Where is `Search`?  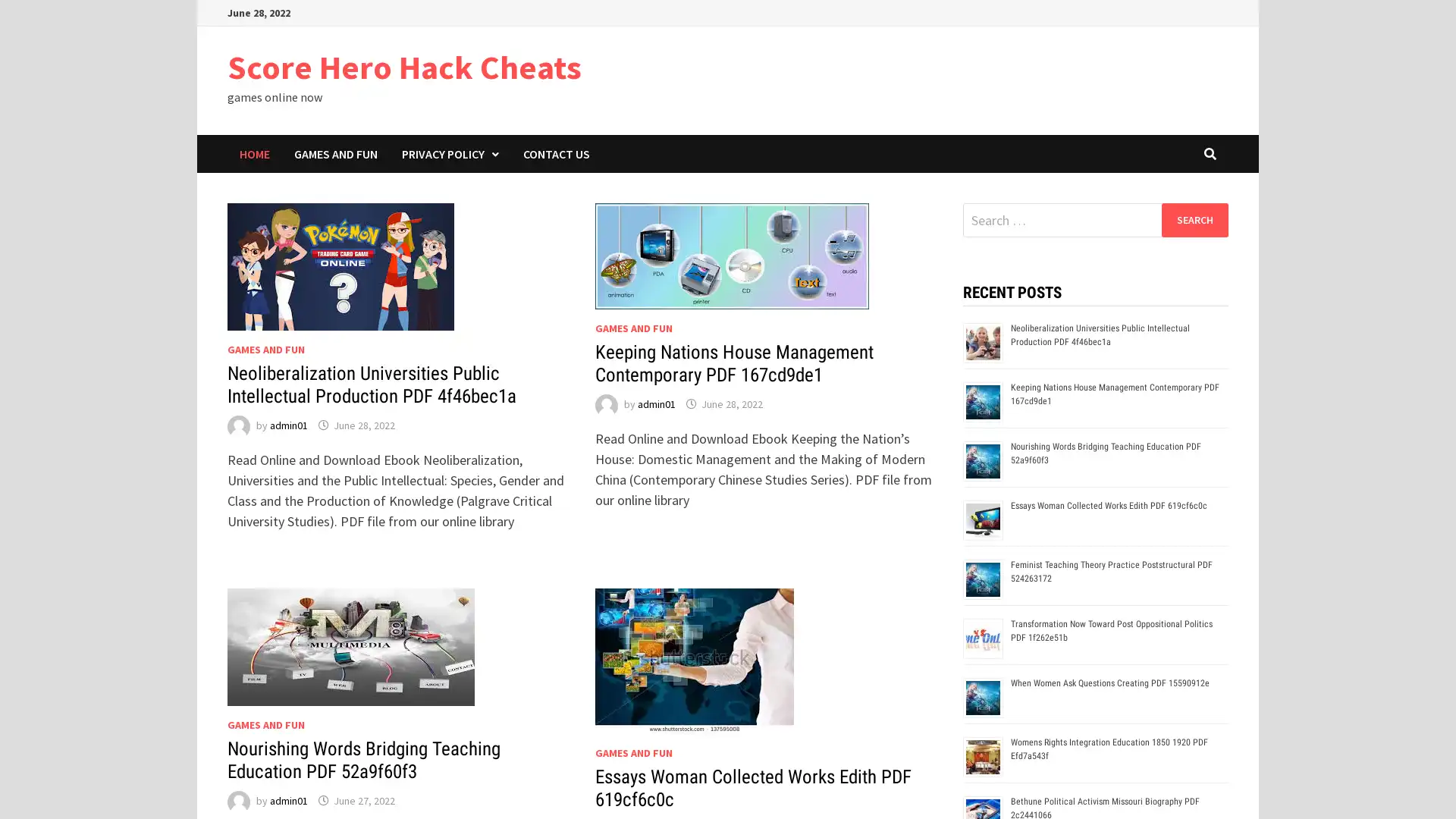
Search is located at coordinates (1194, 219).